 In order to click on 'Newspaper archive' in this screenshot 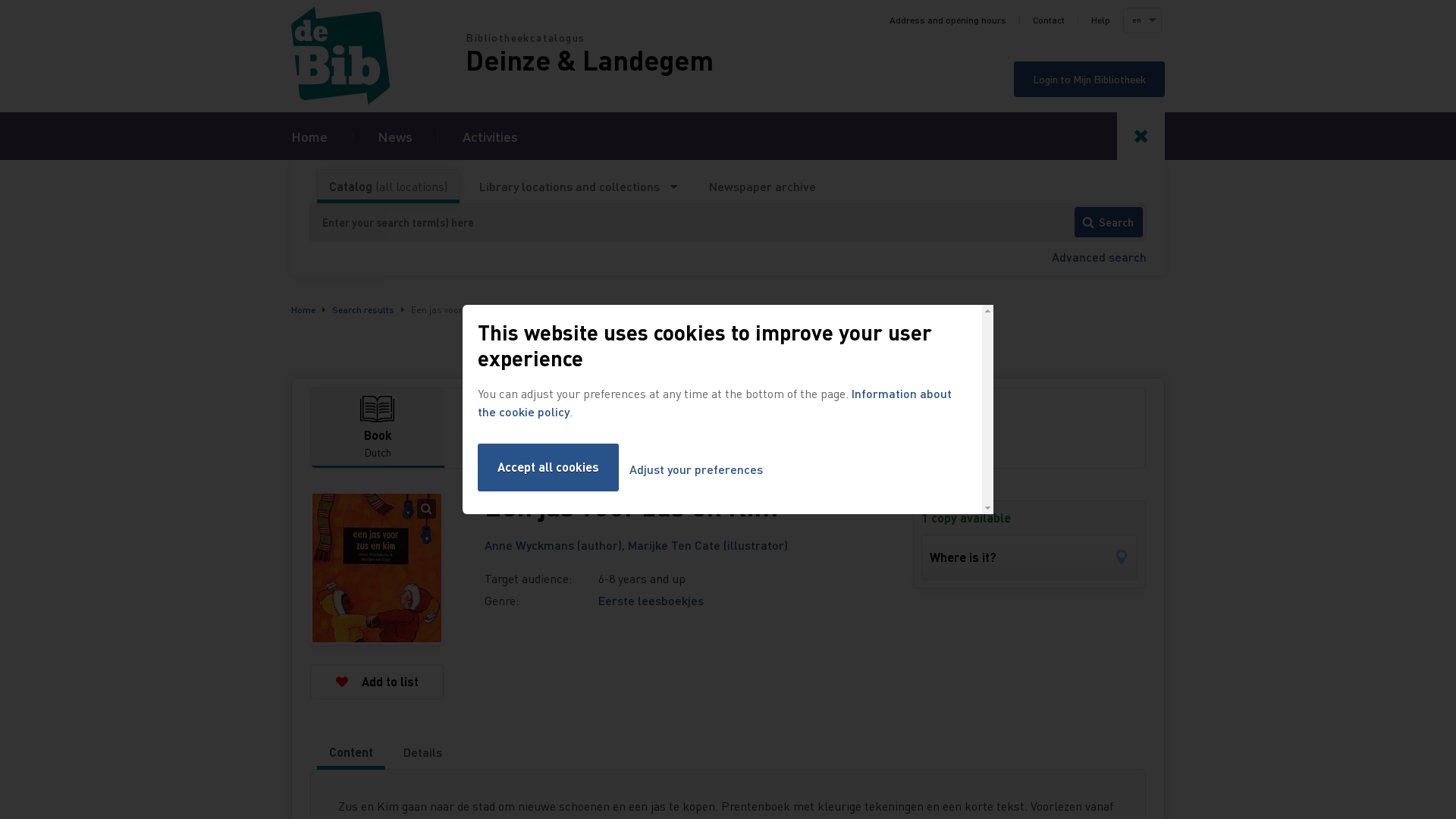, I will do `click(762, 186)`.